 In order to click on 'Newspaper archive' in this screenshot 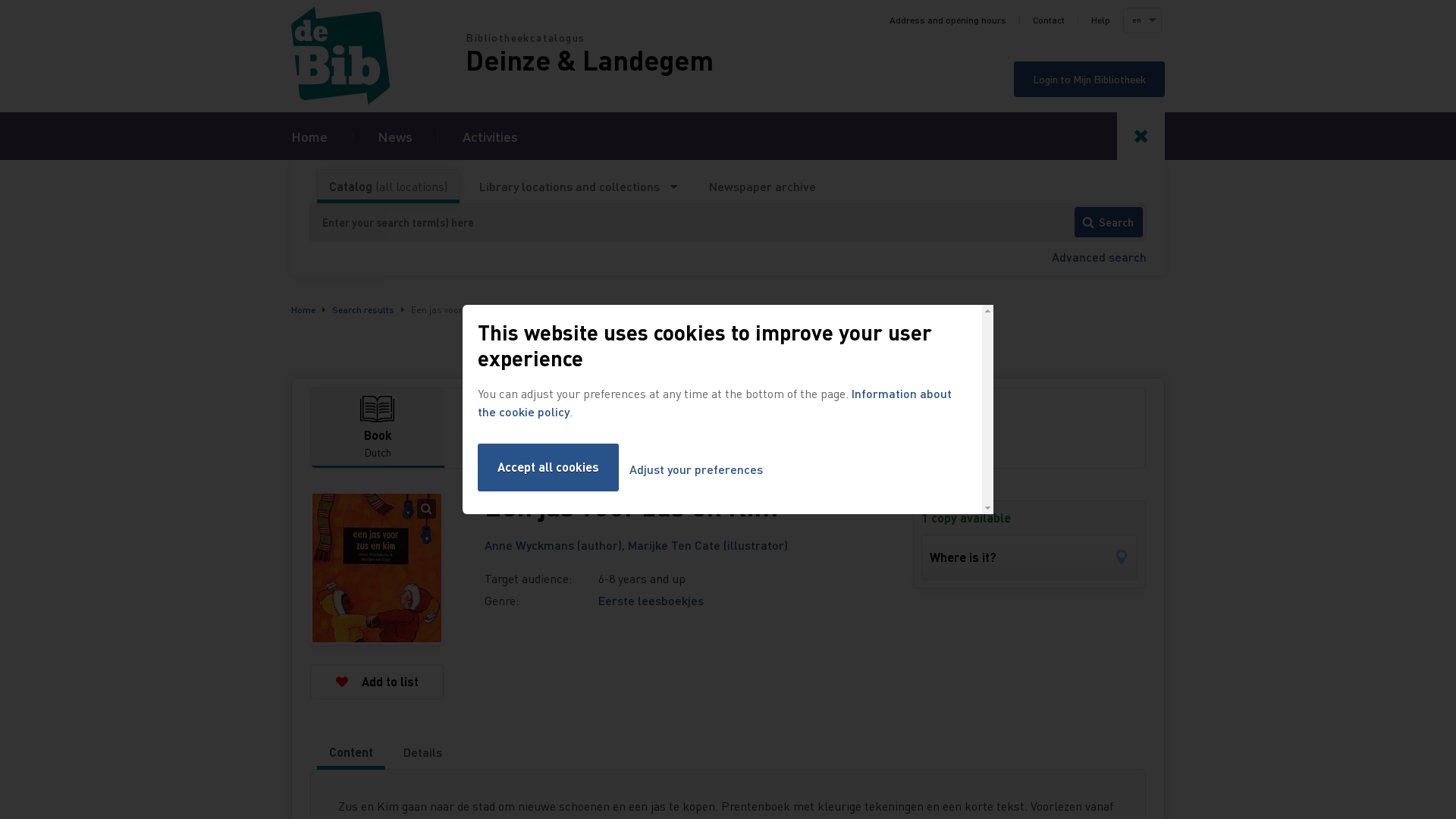, I will do `click(762, 186)`.